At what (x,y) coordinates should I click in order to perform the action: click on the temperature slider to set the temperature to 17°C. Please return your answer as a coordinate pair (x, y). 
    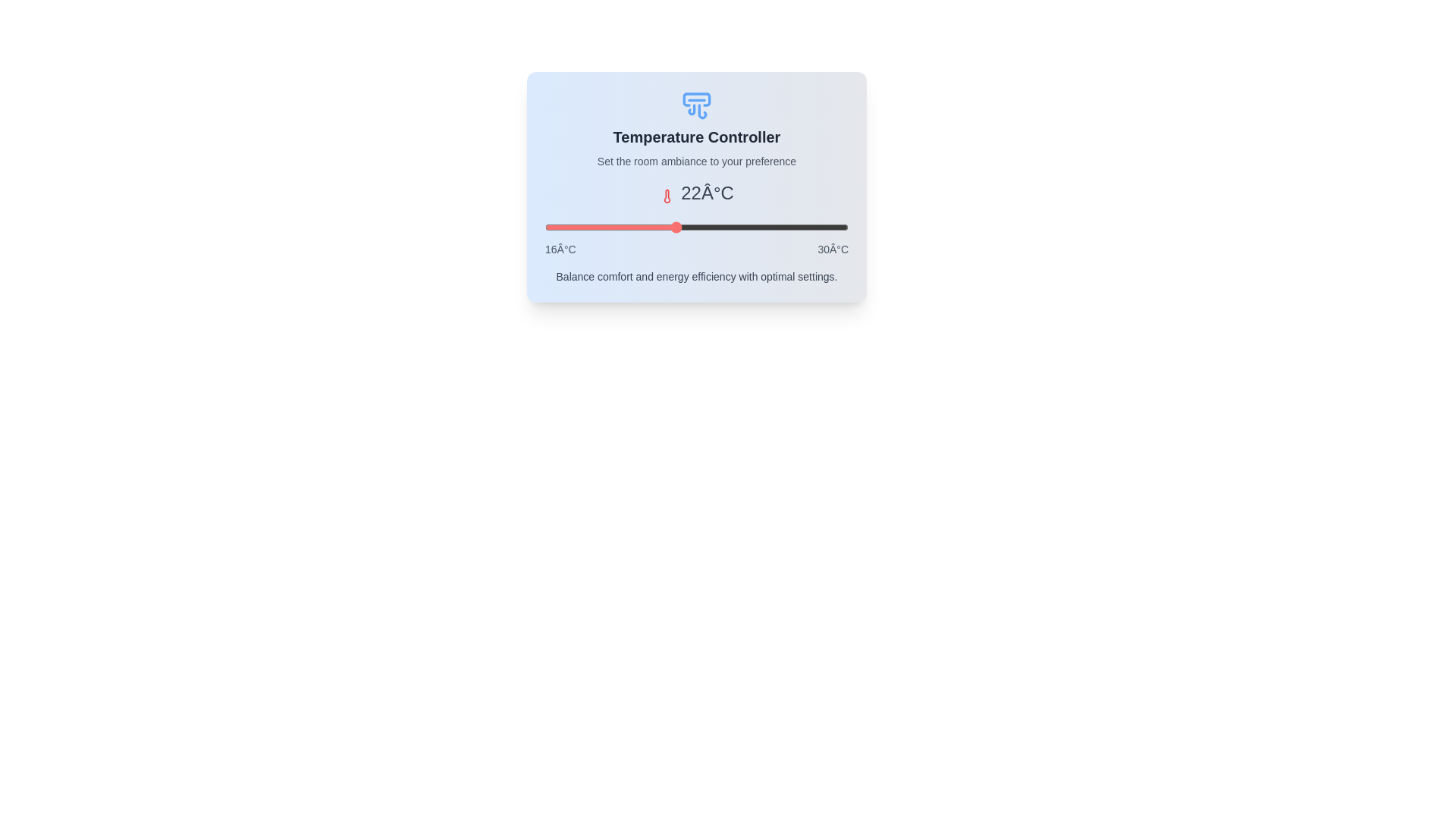
    Looking at the image, I should click on (566, 227).